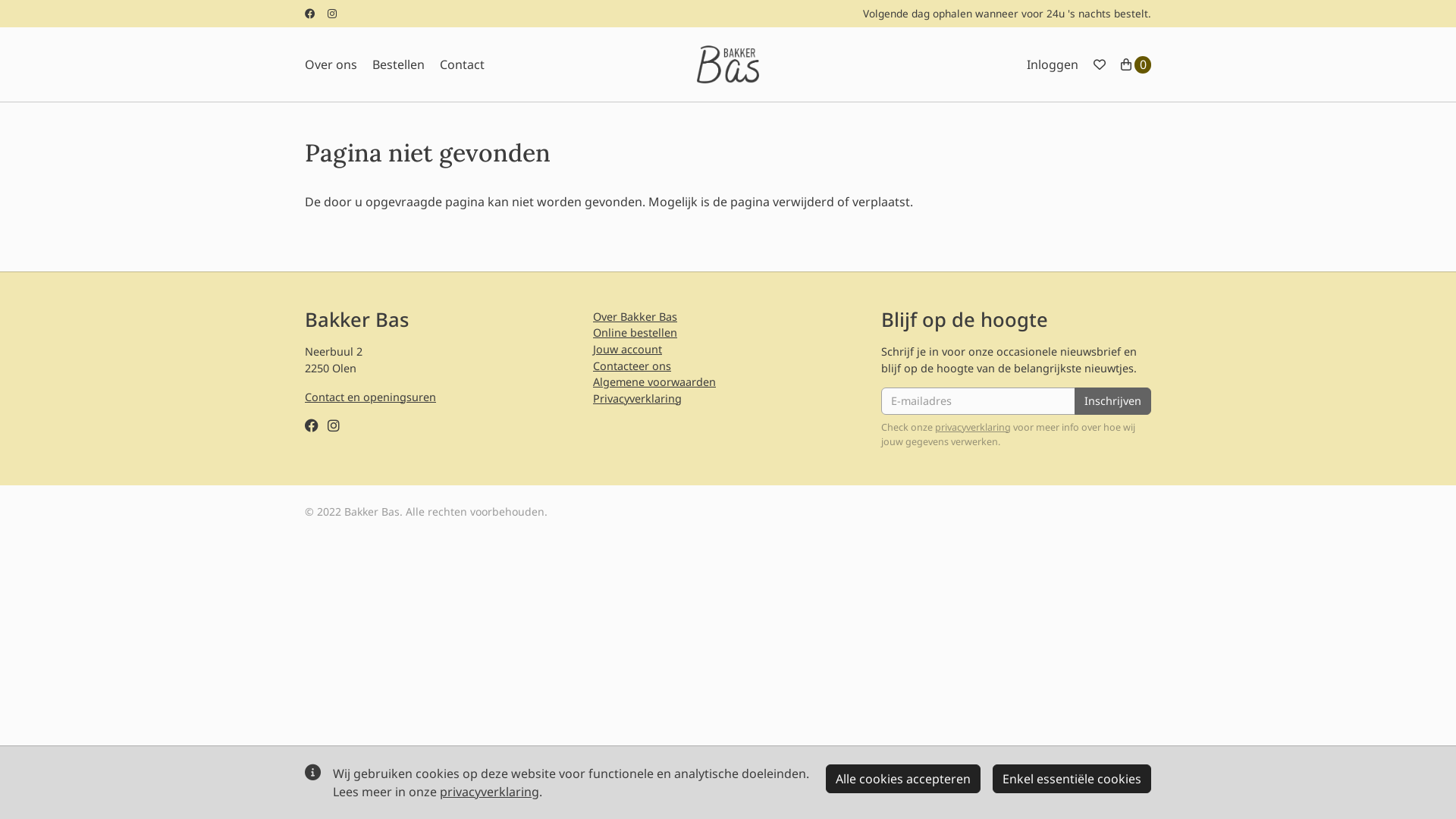 The image size is (1456, 819). I want to click on 'Inschrijven', so click(1112, 400).